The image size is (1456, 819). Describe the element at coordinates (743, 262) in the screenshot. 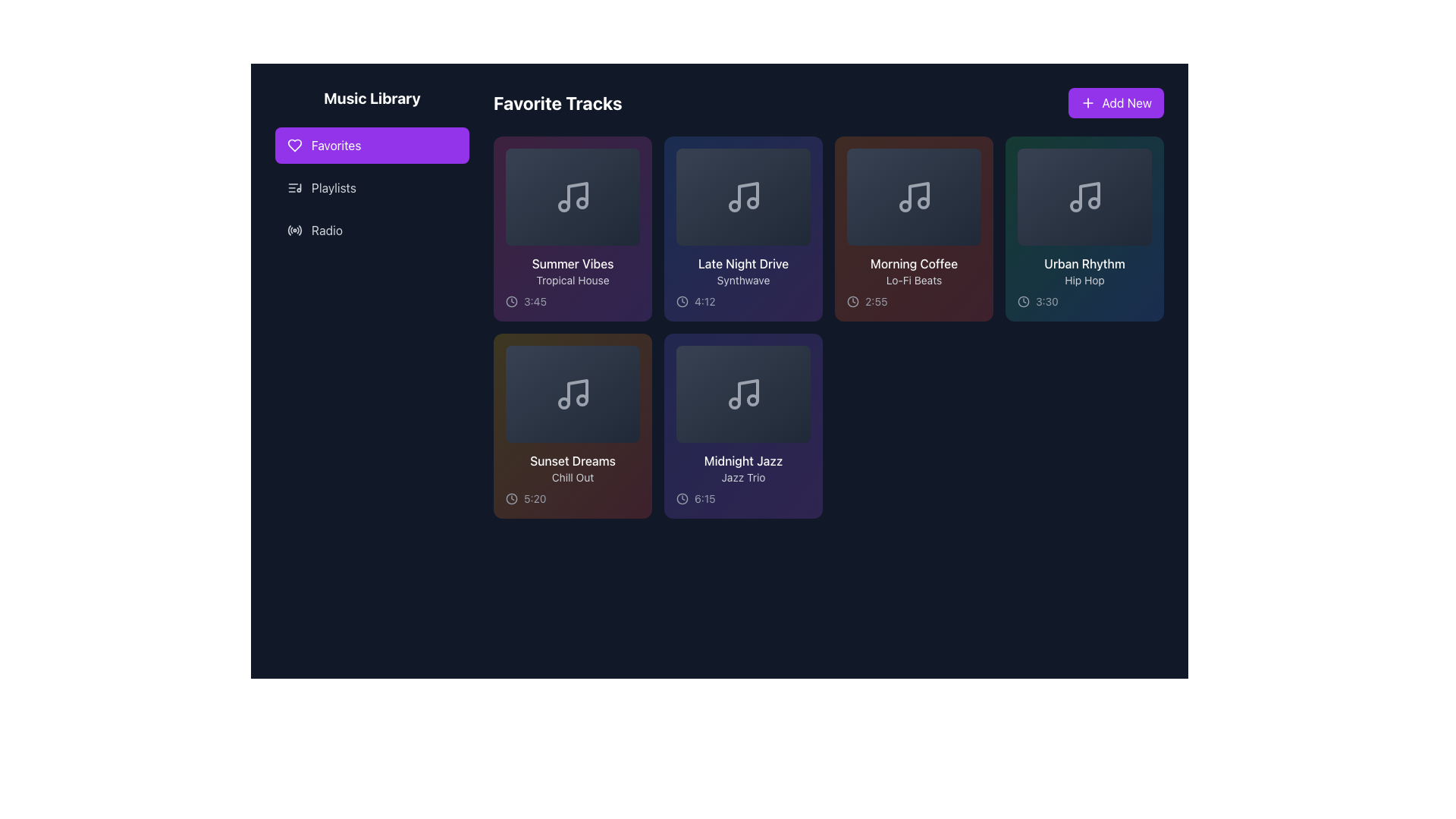

I see `the text label that reads 'Late Night Drive', styled in white on a gradient dark purple background, located in the second card from the left in the top row of the 'Favorite Tracks' section` at that location.